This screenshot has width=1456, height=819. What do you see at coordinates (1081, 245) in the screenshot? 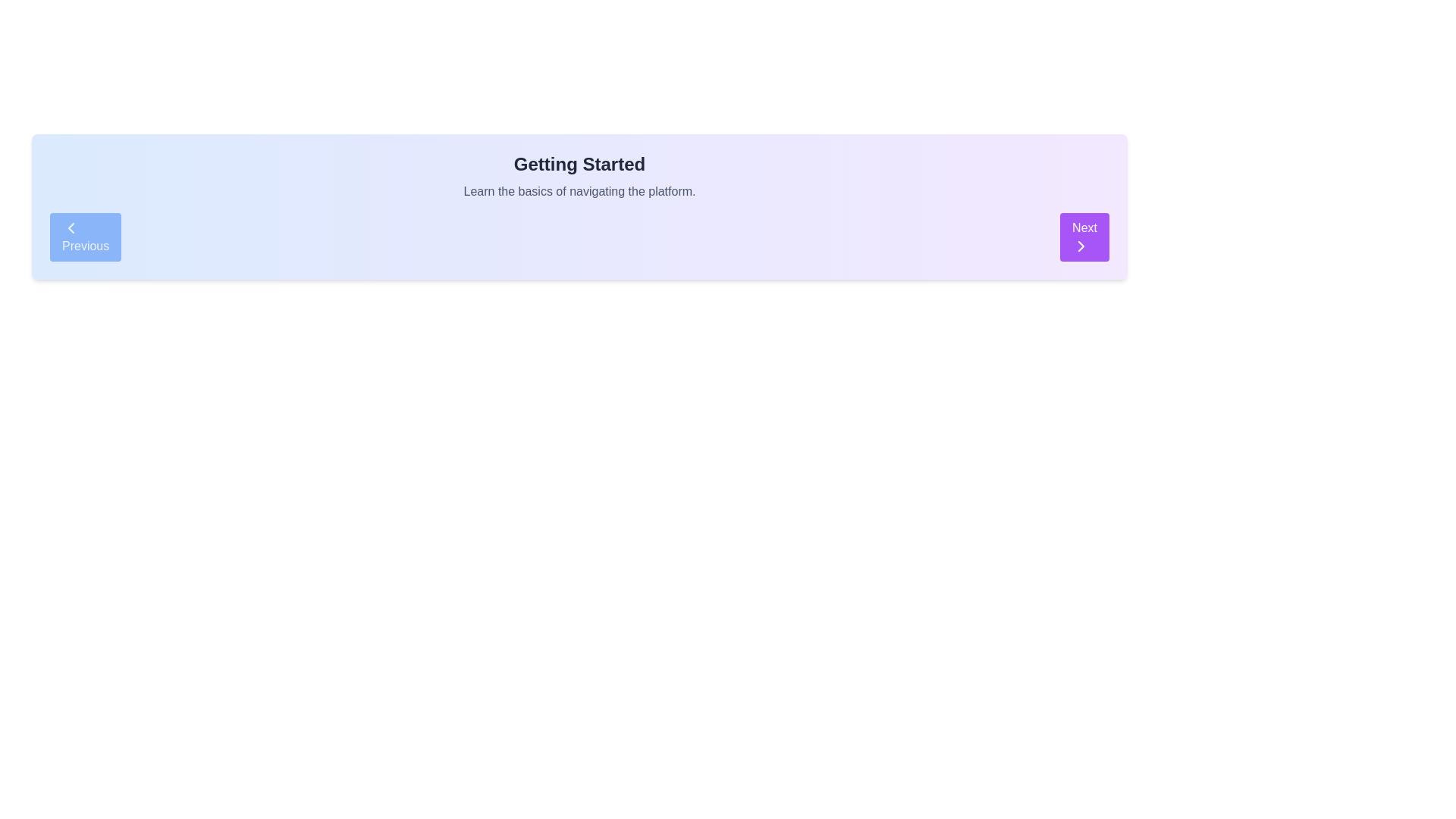
I see `the forward navigation icon located within the 'Next' button on the right side of the interface` at bounding box center [1081, 245].